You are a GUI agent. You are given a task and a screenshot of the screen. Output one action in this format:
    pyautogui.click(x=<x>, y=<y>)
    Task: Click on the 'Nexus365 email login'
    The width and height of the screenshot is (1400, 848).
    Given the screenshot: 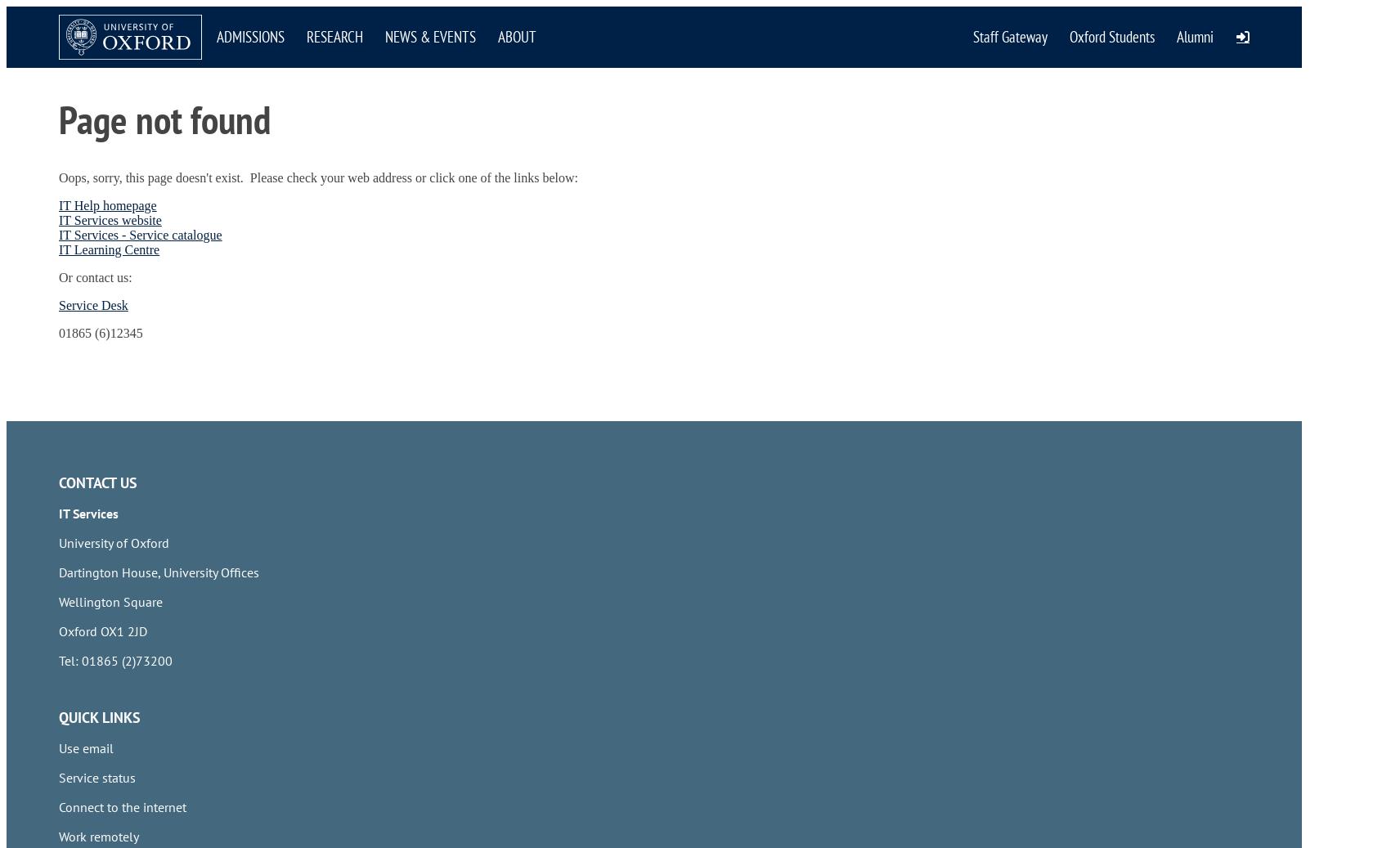 What is the action you would take?
    pyautogui.click(x=58, y=427)
    